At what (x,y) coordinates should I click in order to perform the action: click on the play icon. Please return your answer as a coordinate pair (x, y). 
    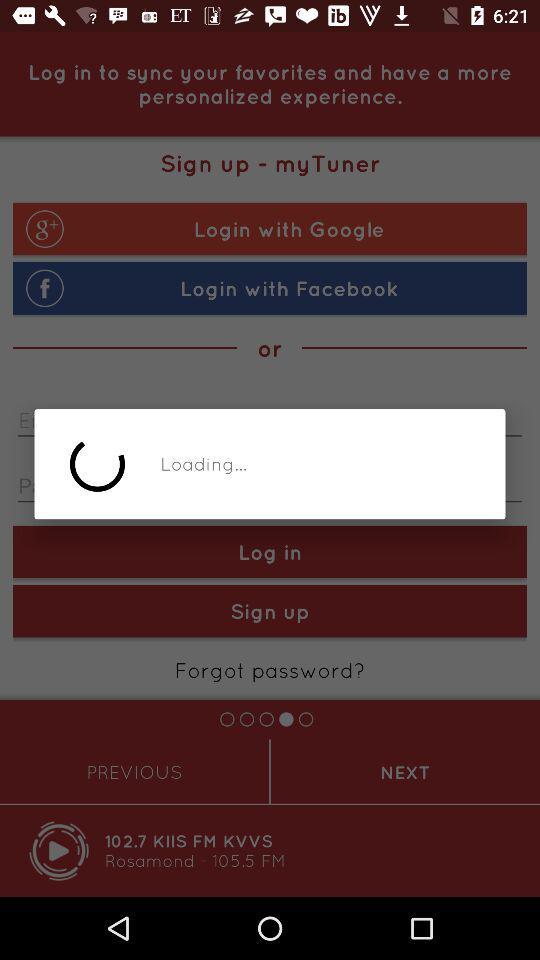
    Looking at the image, I should click on (59, 850).